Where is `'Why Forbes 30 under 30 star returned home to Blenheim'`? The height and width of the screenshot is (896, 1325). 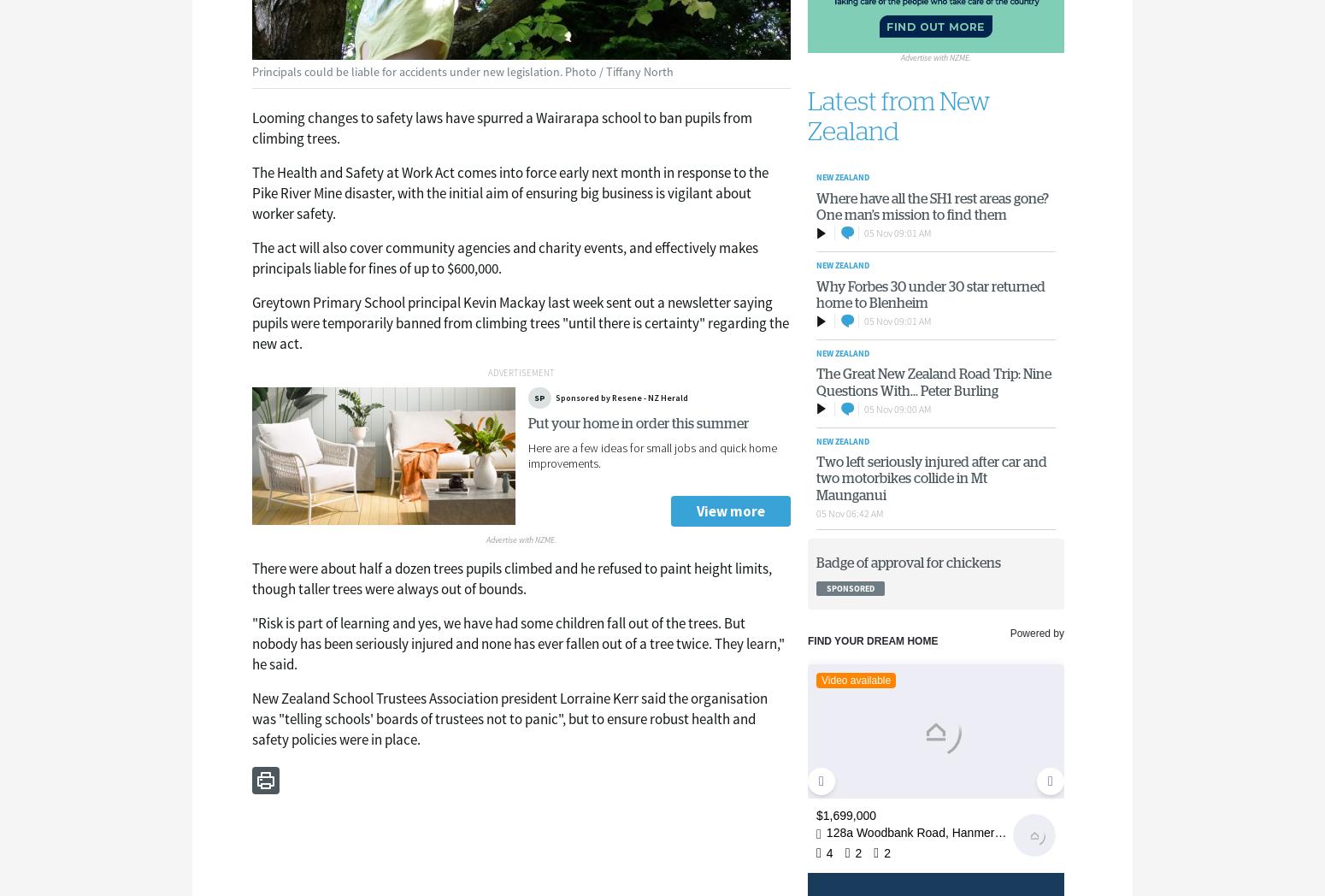
'Why Forbes 30 under 30 star returned home to Blenheim' is located at coordinates (928, 294).